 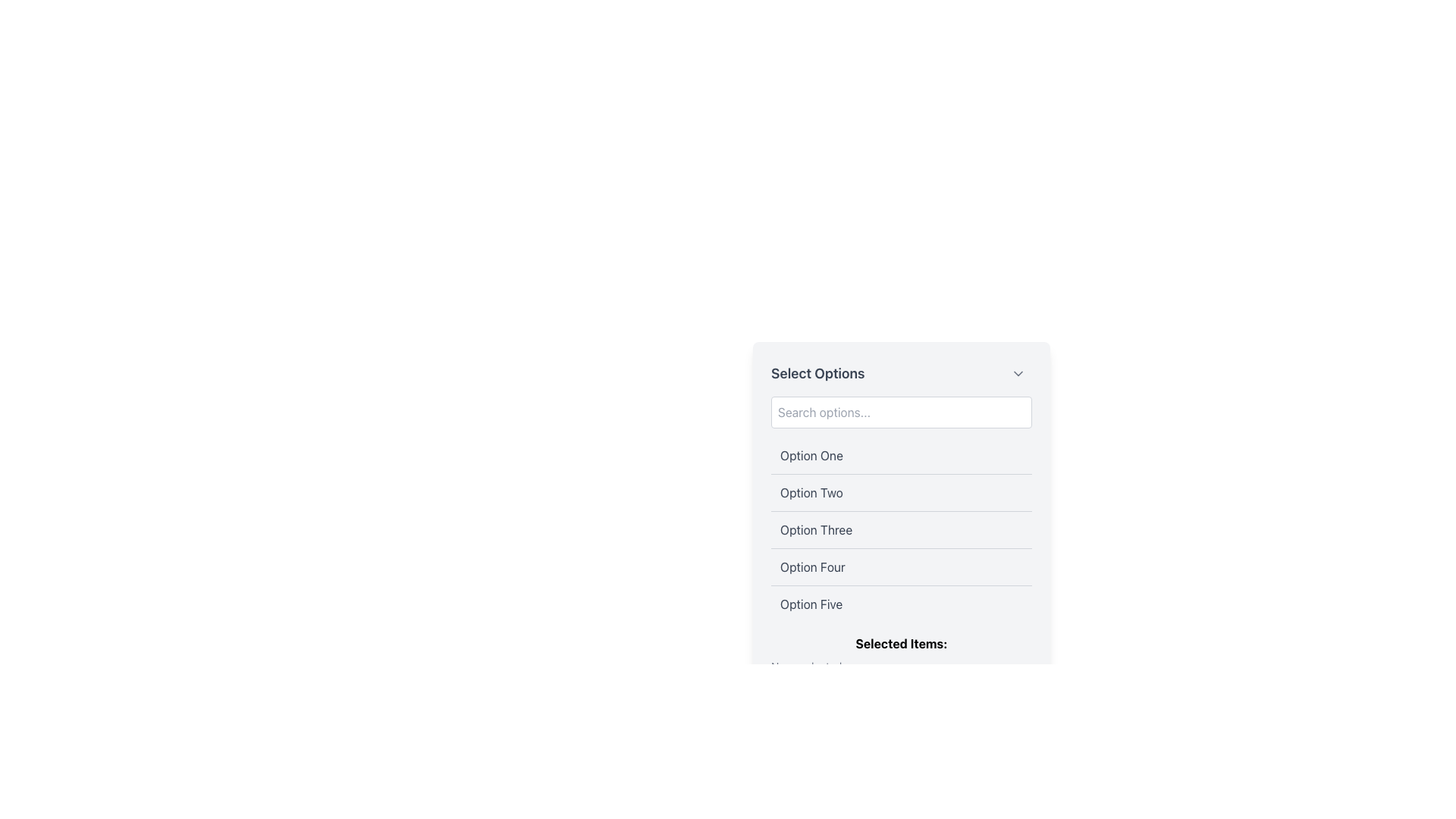 What do you see at coordinates (902, 455) in the screenshot?
I see `the first list item labeled 'Option One' in the dropdown menu` at bounding box center [902, 455].